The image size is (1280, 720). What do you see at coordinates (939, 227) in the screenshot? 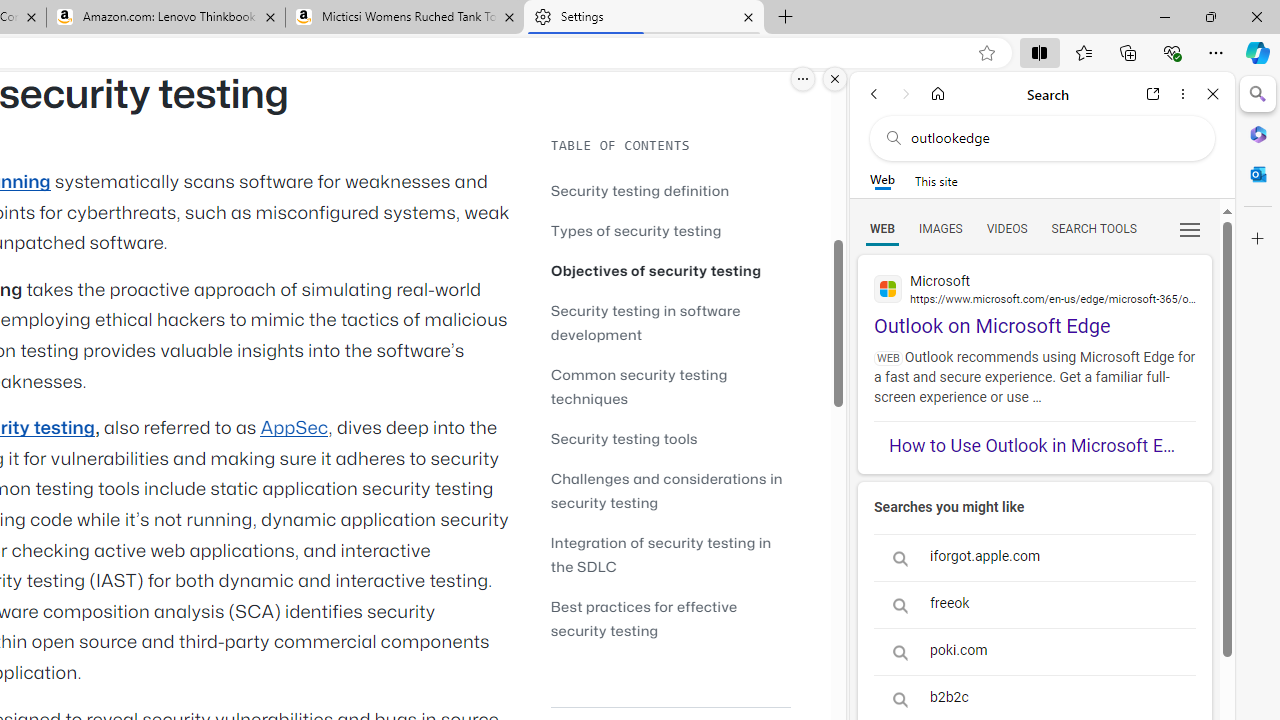
I see `'IMAGES'` at bounding box center [939, 227].